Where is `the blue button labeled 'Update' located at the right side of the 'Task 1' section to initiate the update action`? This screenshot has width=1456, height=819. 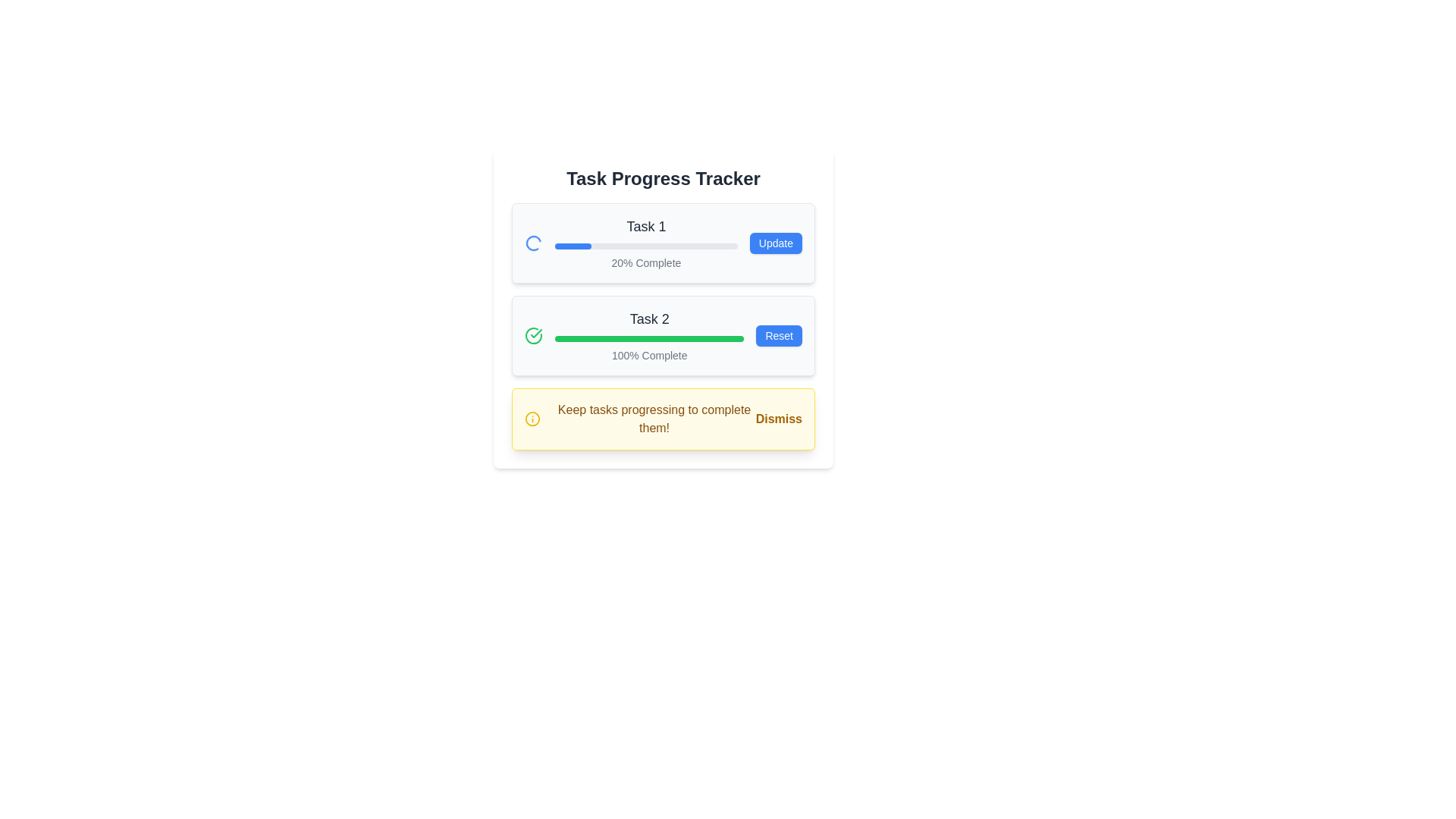 the blue button labeled 'Update' located at the right side of the 'Task 1' section to initiate the update action is located at coordinates (776, 242).